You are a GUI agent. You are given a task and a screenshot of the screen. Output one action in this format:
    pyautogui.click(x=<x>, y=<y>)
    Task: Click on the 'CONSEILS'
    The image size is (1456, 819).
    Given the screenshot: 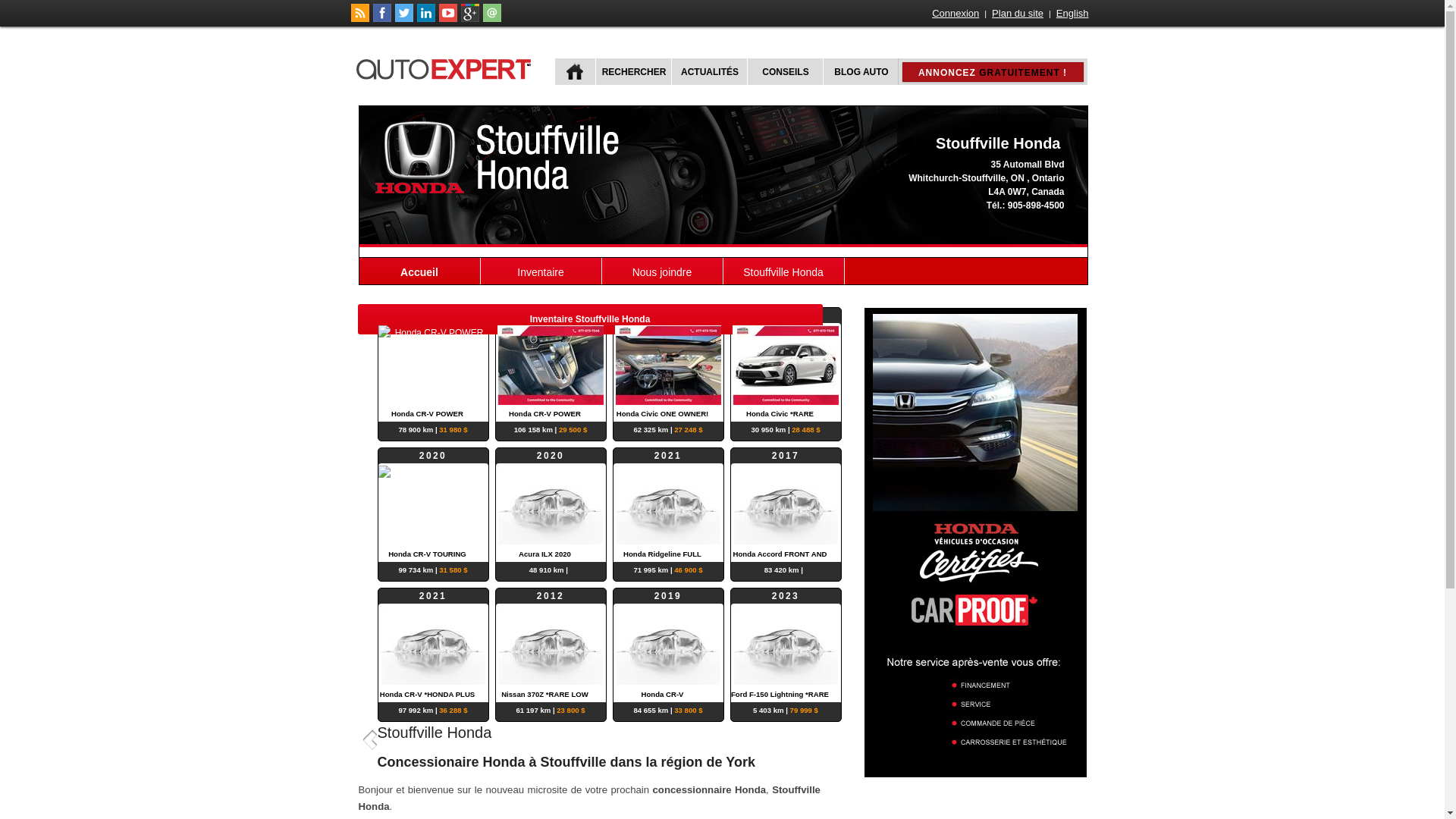 What is the action you would take?
    pyautogui.click(x=783, y=71)
    